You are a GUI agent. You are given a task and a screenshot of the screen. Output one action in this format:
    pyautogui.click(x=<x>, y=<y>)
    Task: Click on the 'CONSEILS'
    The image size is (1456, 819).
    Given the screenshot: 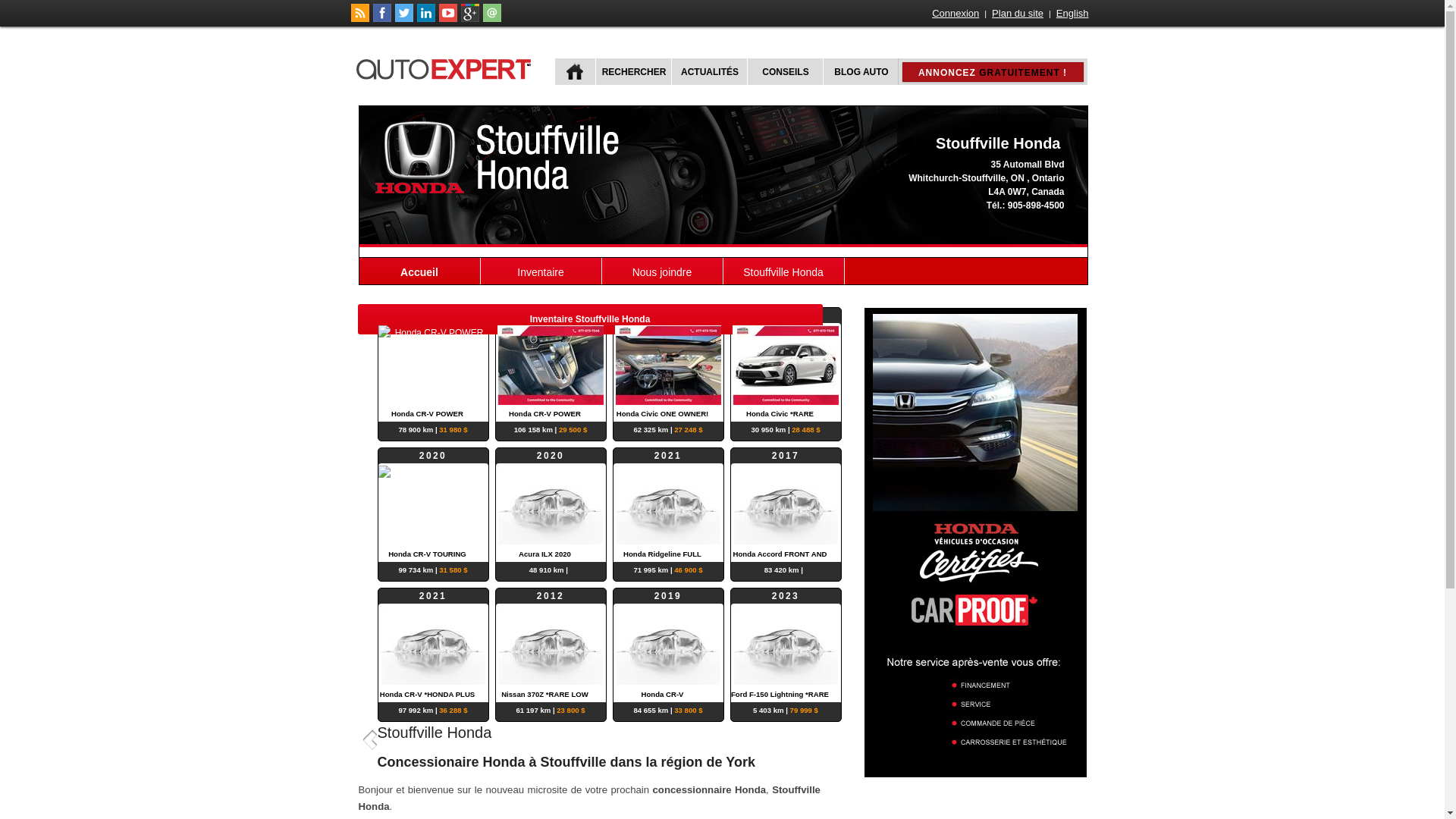 What is the action you would take?
    pyautogui.click(x=783, y=71)
    